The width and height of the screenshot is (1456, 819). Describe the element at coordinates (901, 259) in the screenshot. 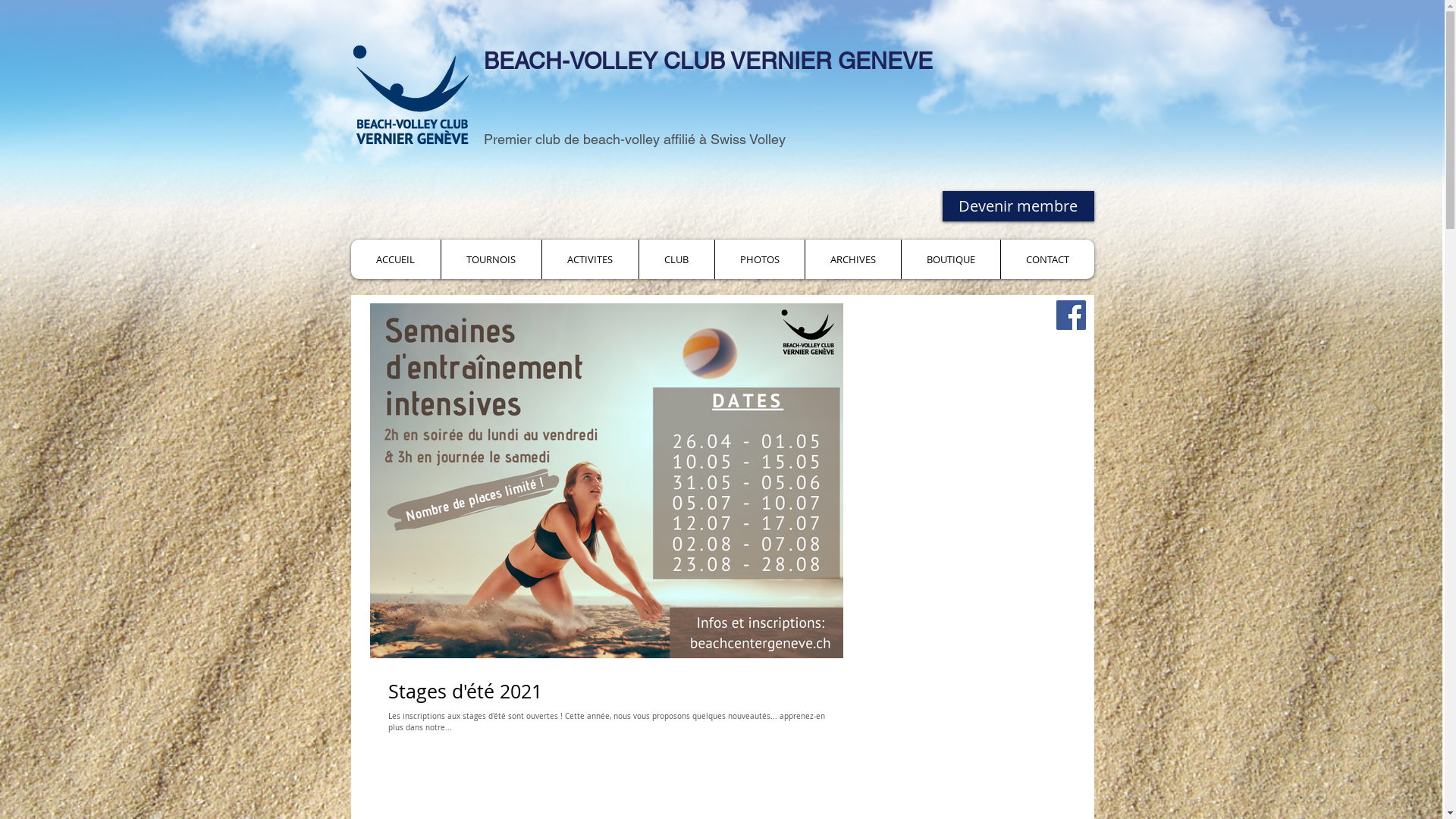

I see `'BOUTIQUE'` at that location.